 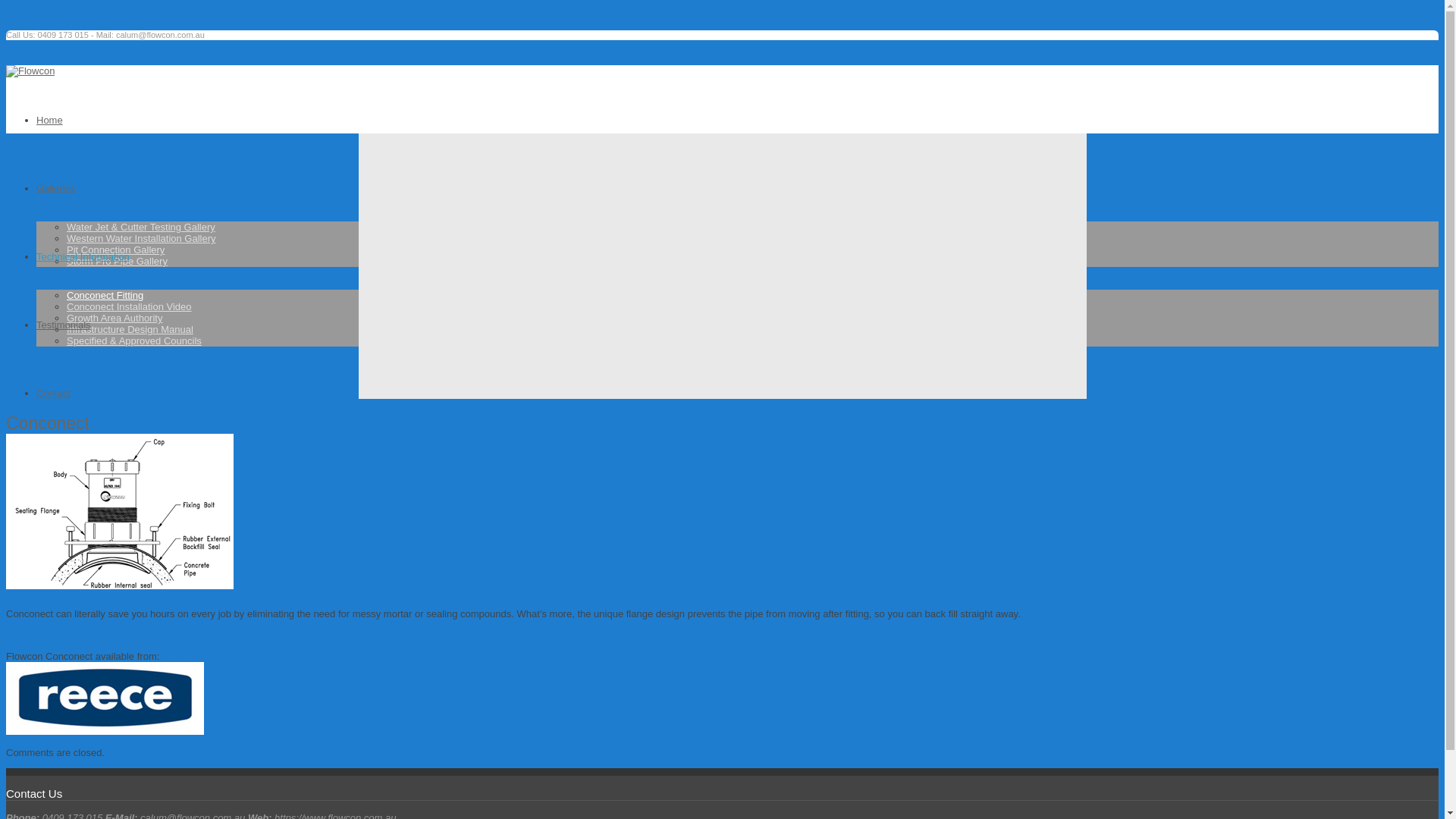 I want to click on 'Growth Area Authority', so click(x=113, y=317).